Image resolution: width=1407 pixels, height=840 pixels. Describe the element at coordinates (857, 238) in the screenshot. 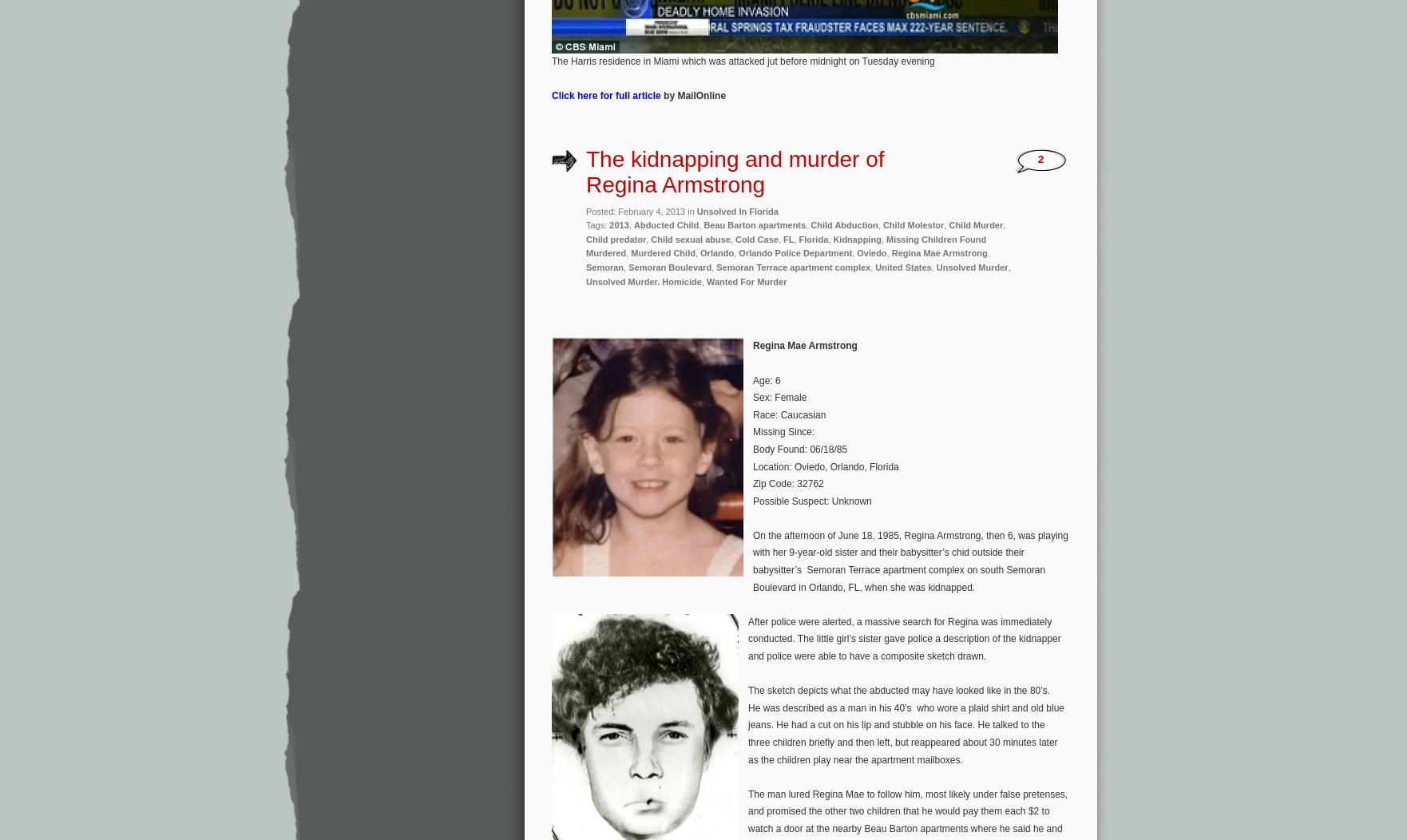

I see `'Kidnapping'` at that location.